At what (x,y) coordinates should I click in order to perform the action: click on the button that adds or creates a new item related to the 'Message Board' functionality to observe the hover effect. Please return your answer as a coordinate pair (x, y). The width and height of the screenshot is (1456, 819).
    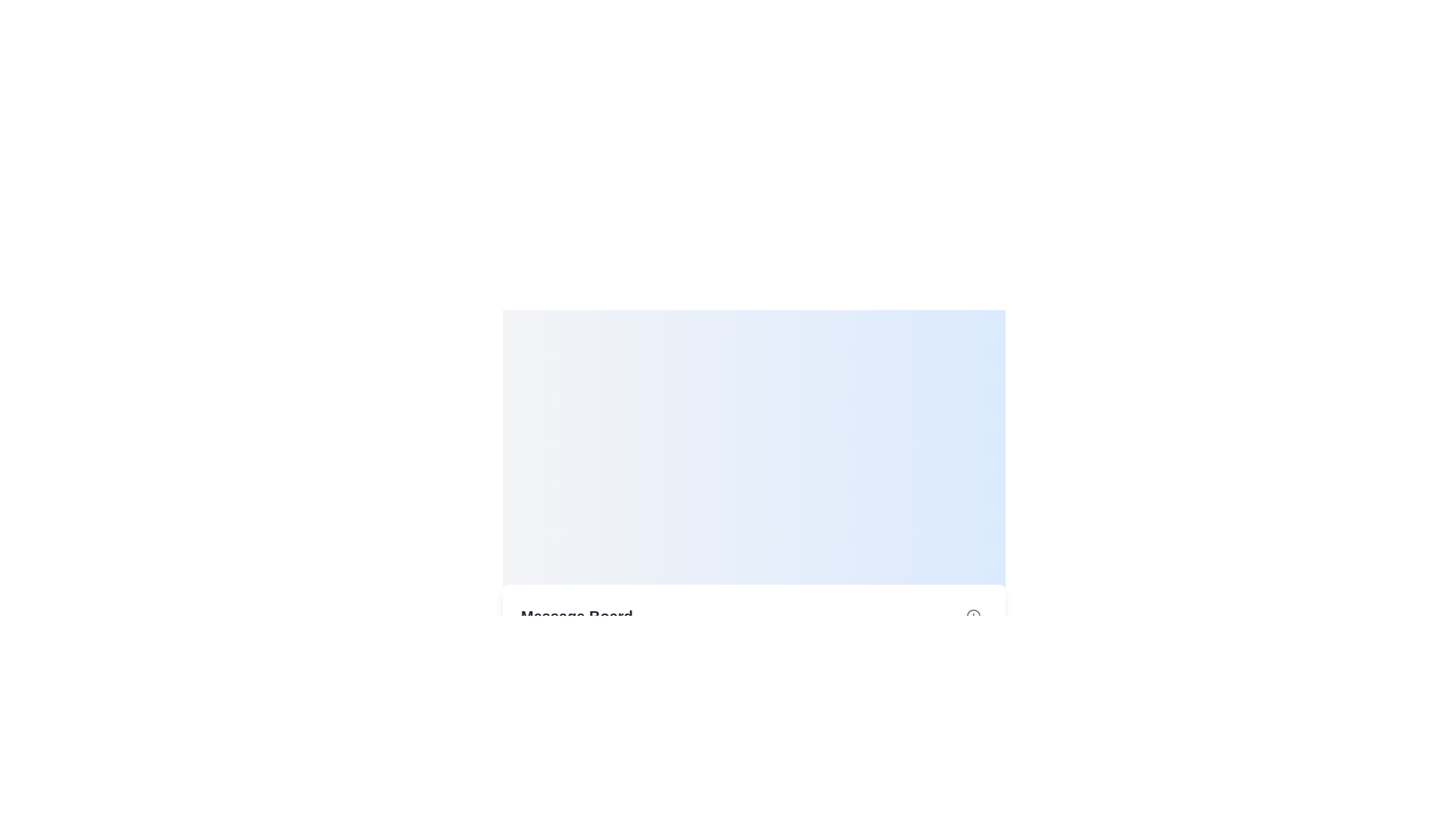
    Looking at the image, I should click on (973, 616).